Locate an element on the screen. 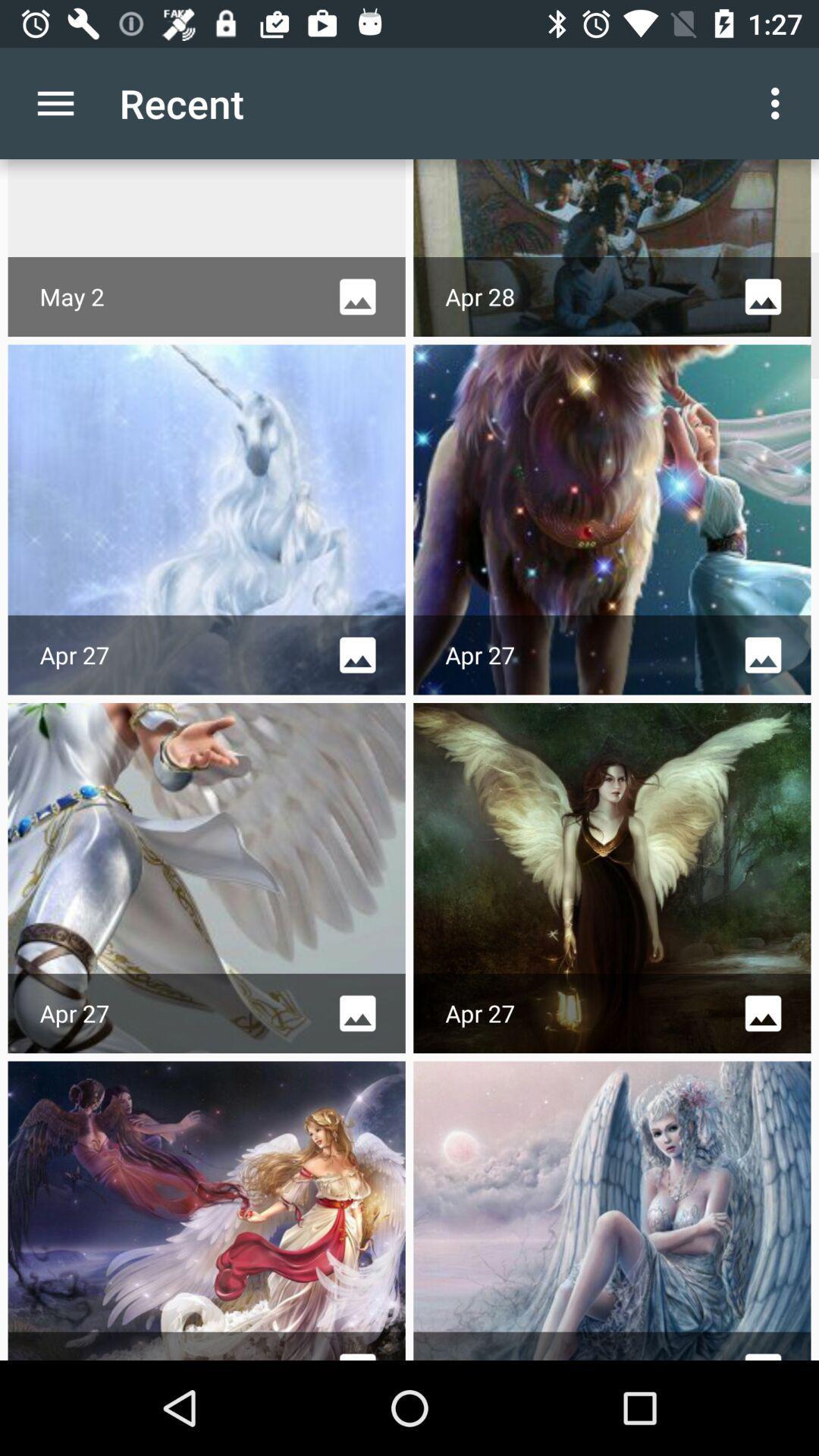  the icon next to the recent app is located at coordinates (55, 102).